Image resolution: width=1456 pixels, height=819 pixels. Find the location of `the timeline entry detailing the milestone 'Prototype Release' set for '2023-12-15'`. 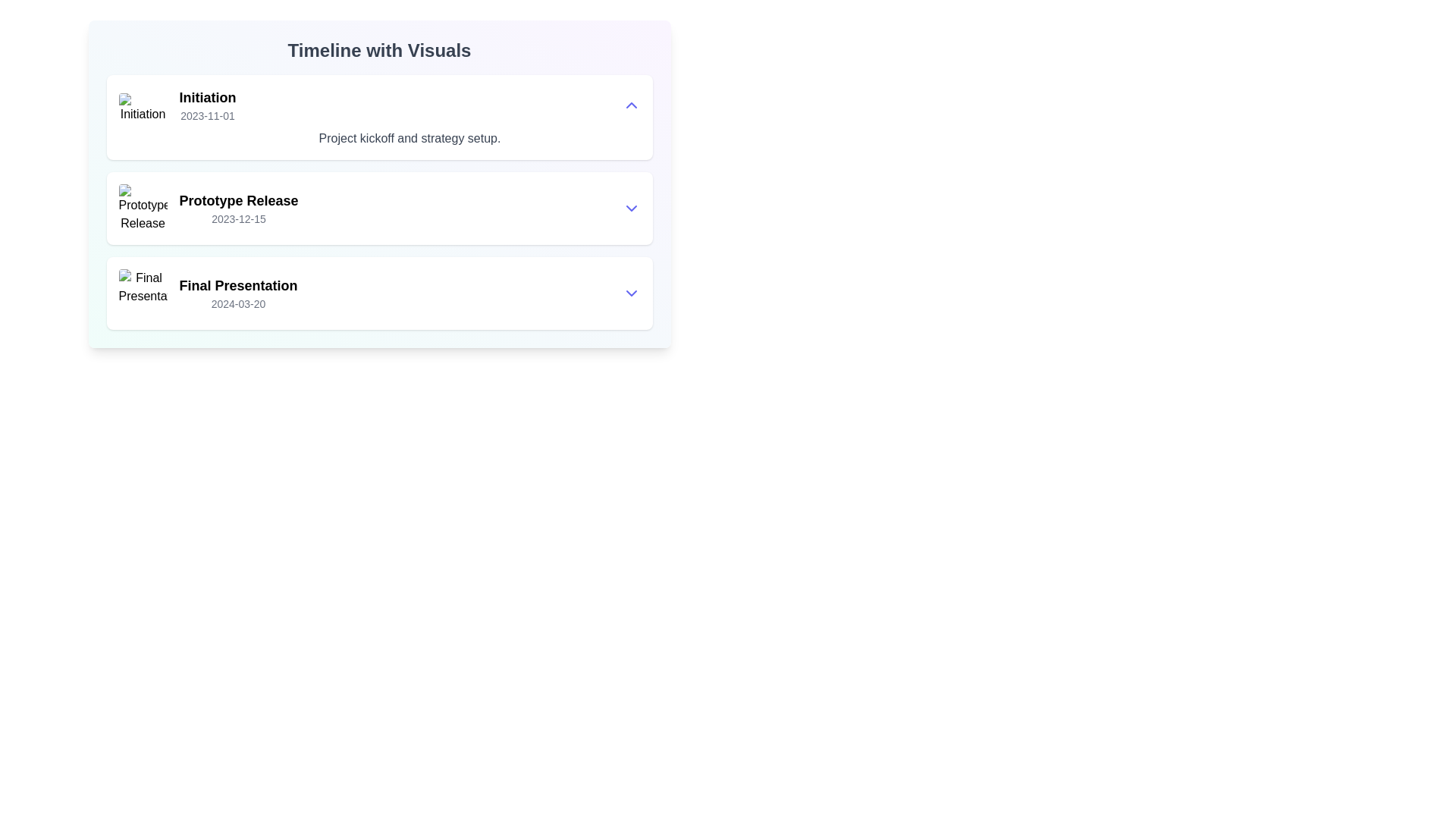

the timeline entry detailing the milestone 'Prototype Release' set for '2023-12-15' is located at coordinates (409, 208).